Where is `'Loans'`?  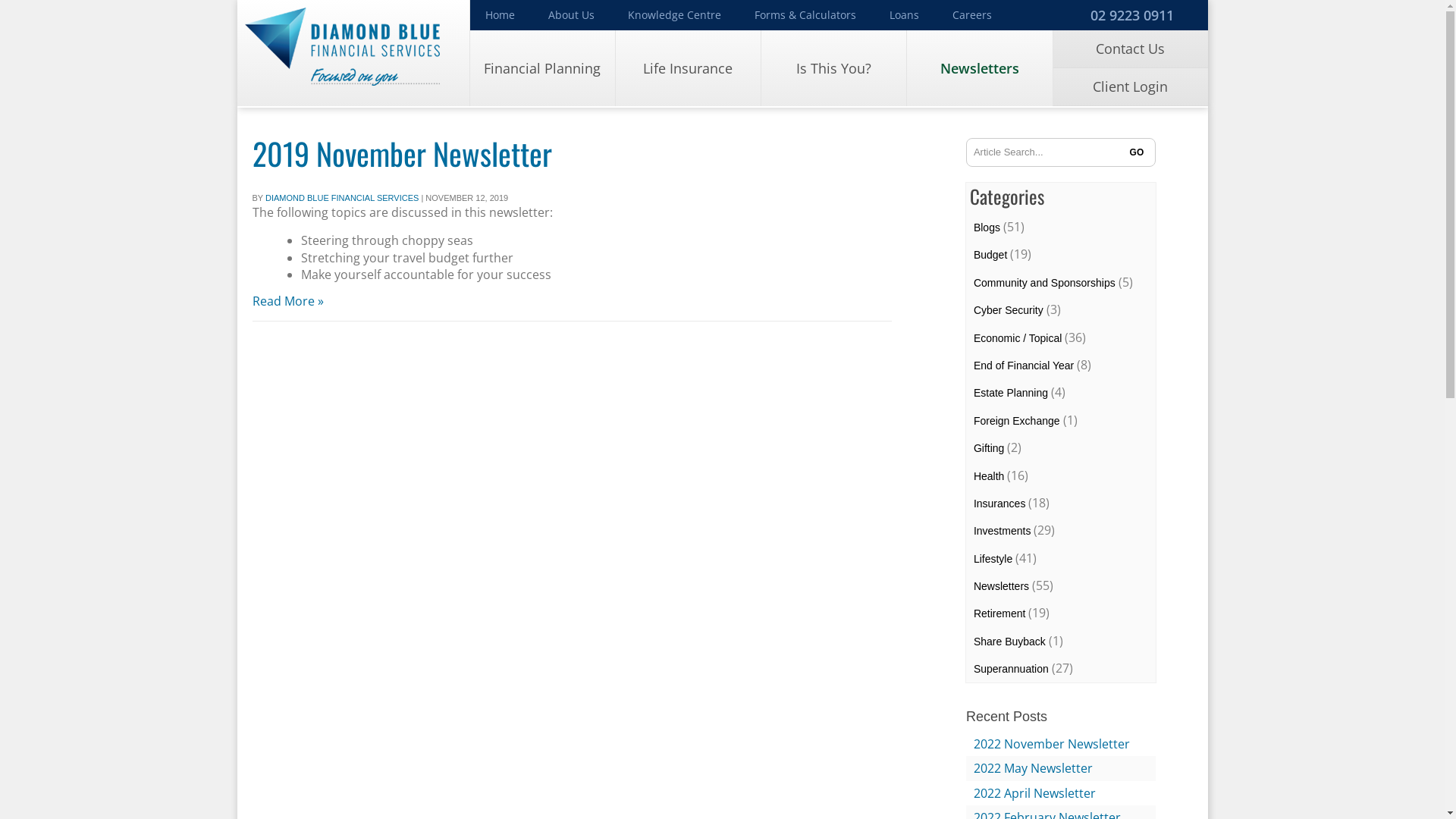 'Loans' is located at coordinates (904, 14).